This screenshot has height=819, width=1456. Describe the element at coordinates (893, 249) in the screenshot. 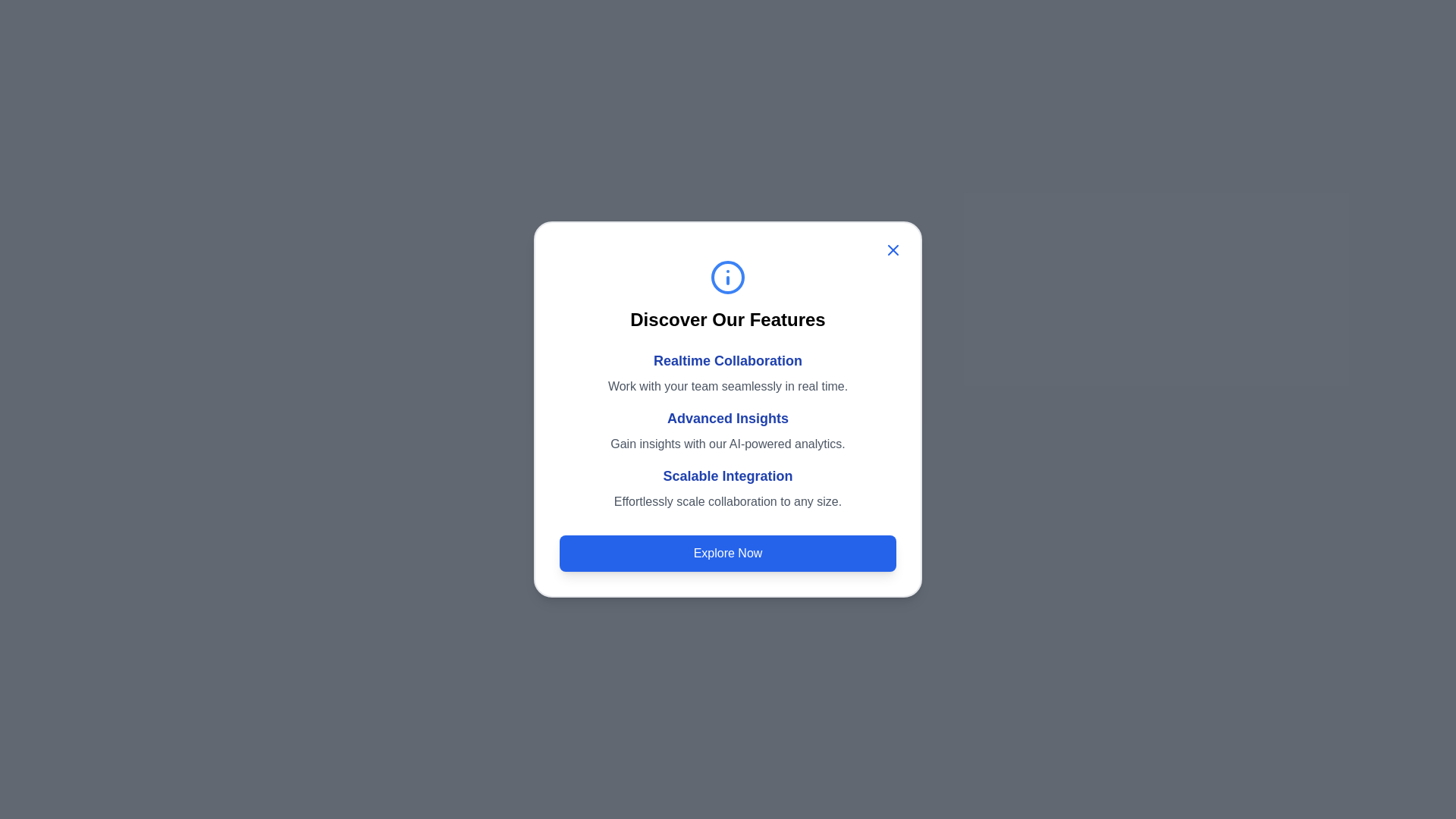

I see `the circular button with a blue cross icon at the center, located in the top-right corner of the white panel` at that location.